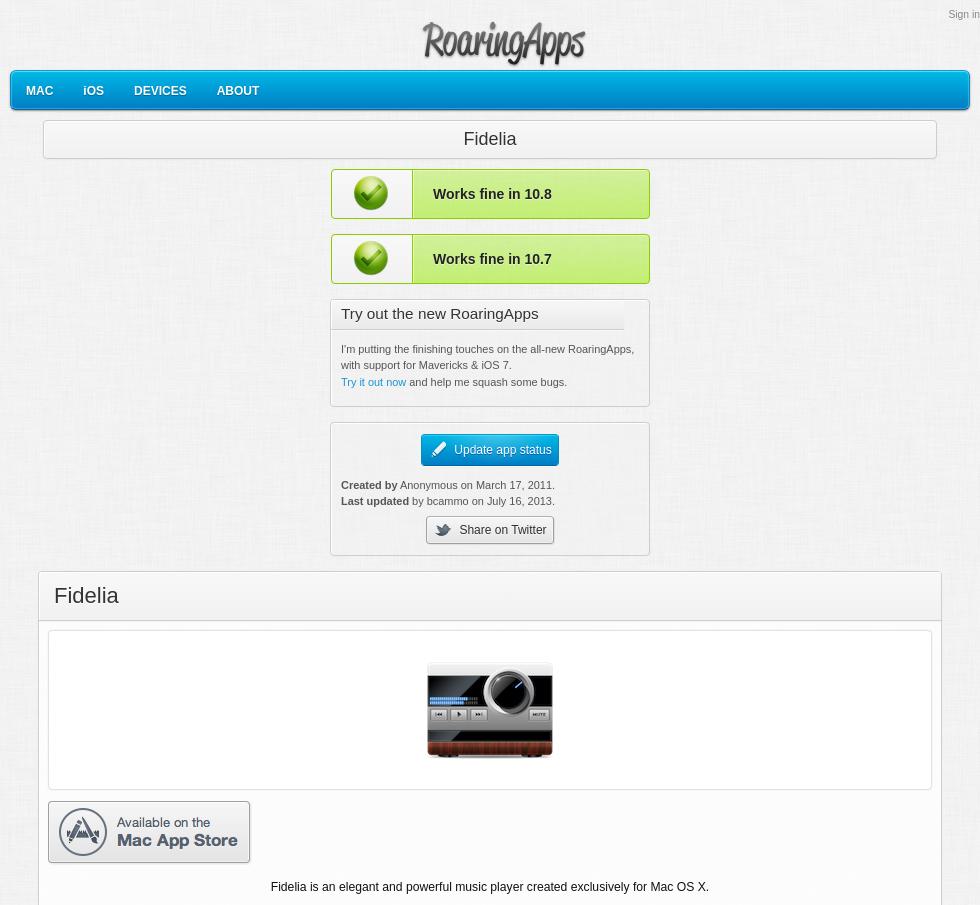  I want to click on 'Try it out now', so click(373, 381).